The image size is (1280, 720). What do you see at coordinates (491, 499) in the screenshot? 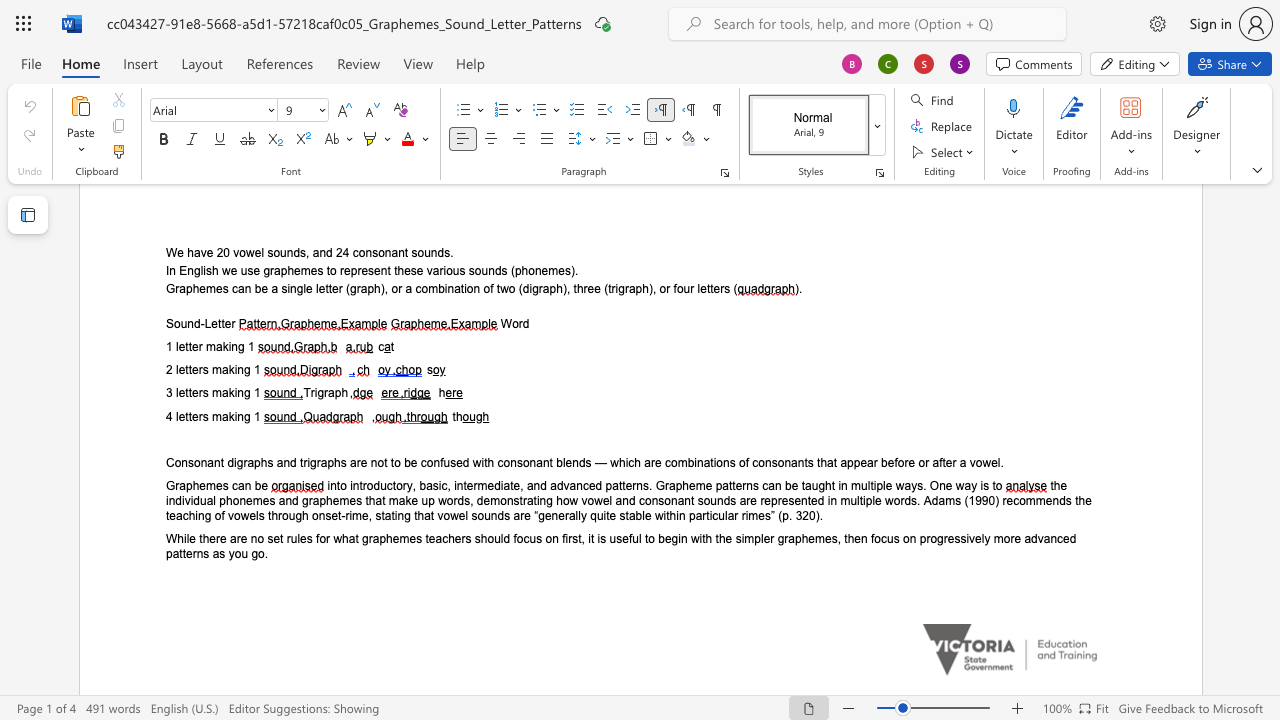
I see `the space between the continuous character "e" and "m" in the text` at bounding box center [491, 499].